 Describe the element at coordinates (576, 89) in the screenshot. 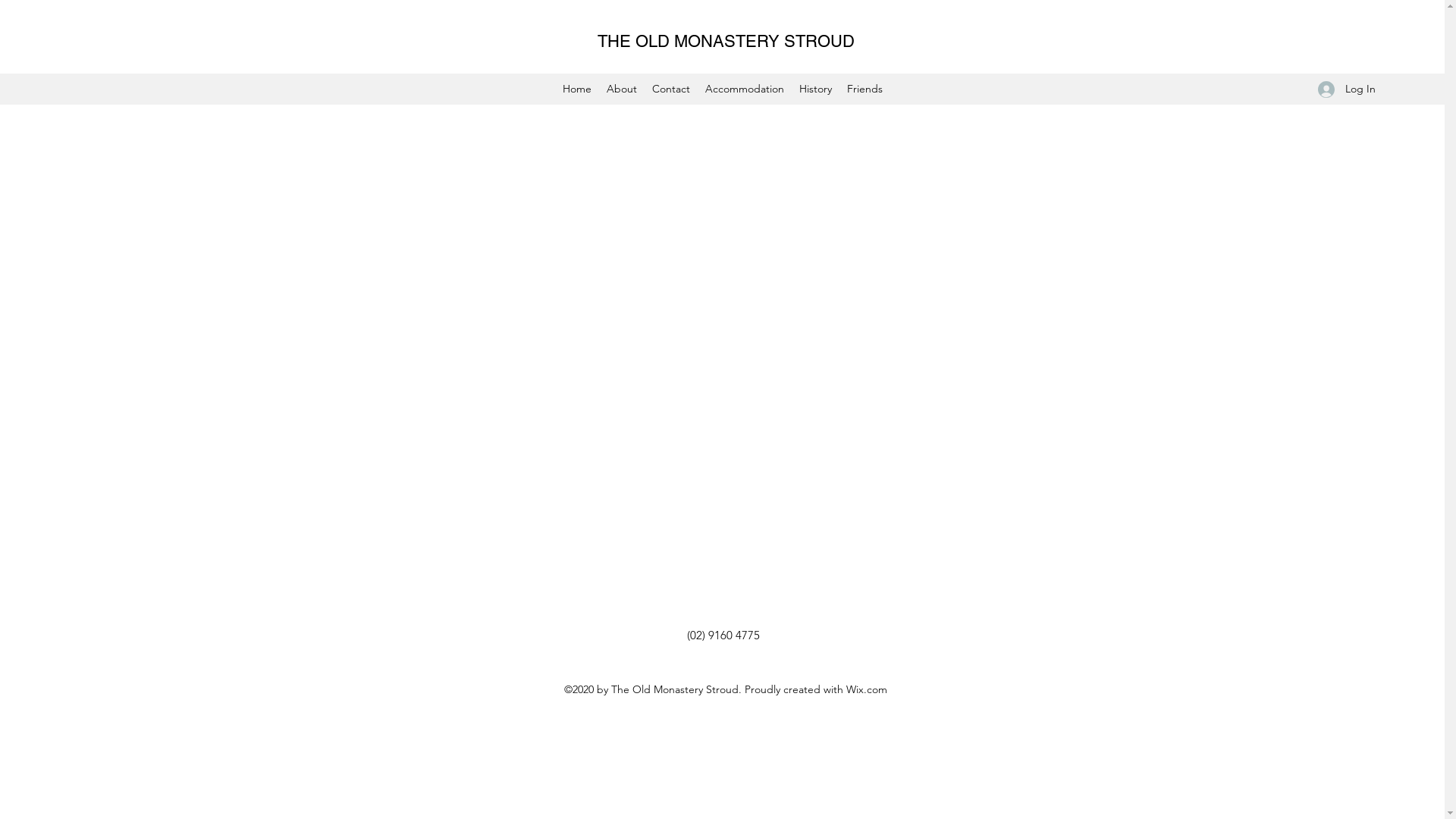

I see `'Home'` at that location.